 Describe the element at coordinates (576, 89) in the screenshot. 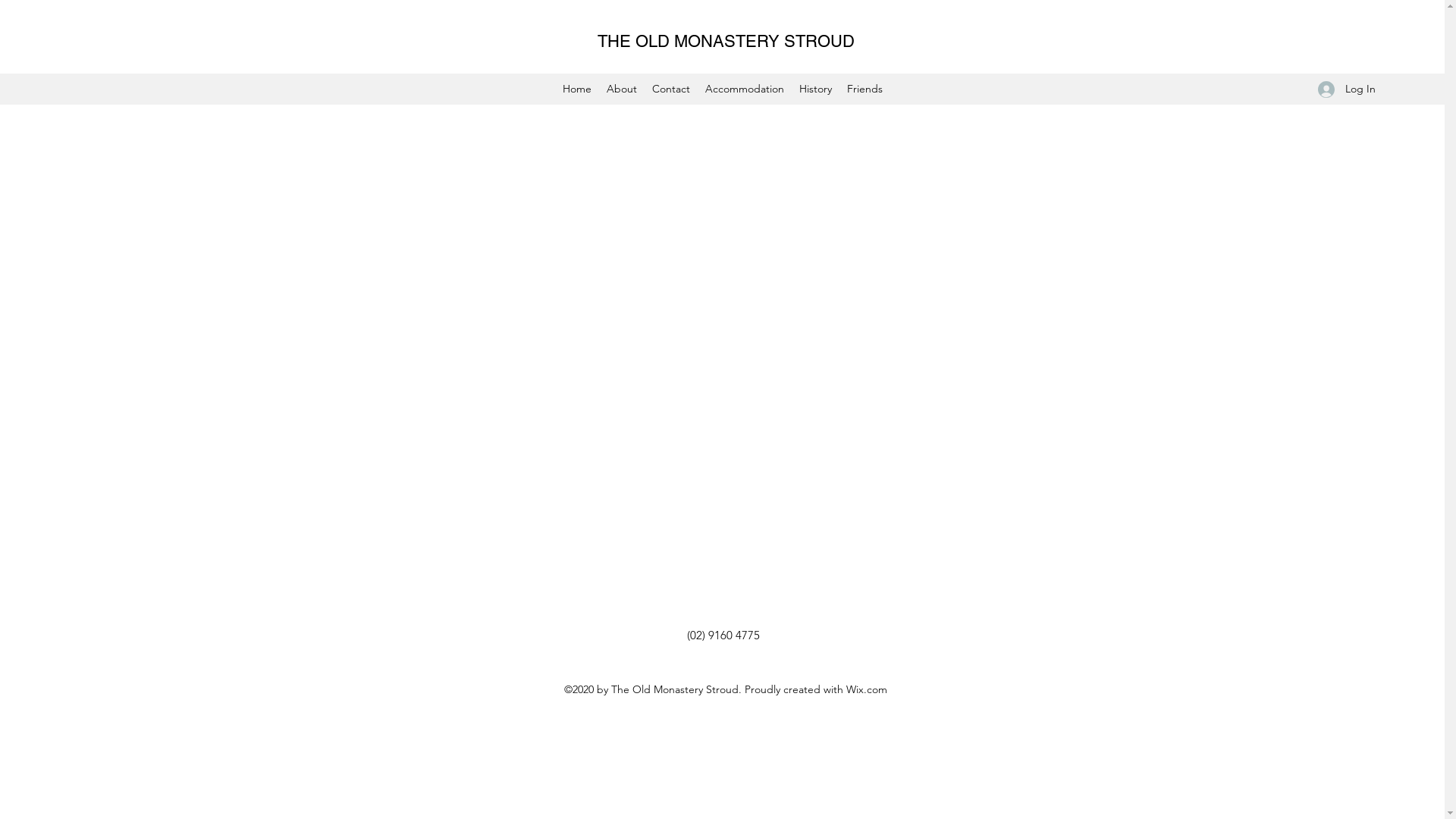

I see `'Home'` at that location.